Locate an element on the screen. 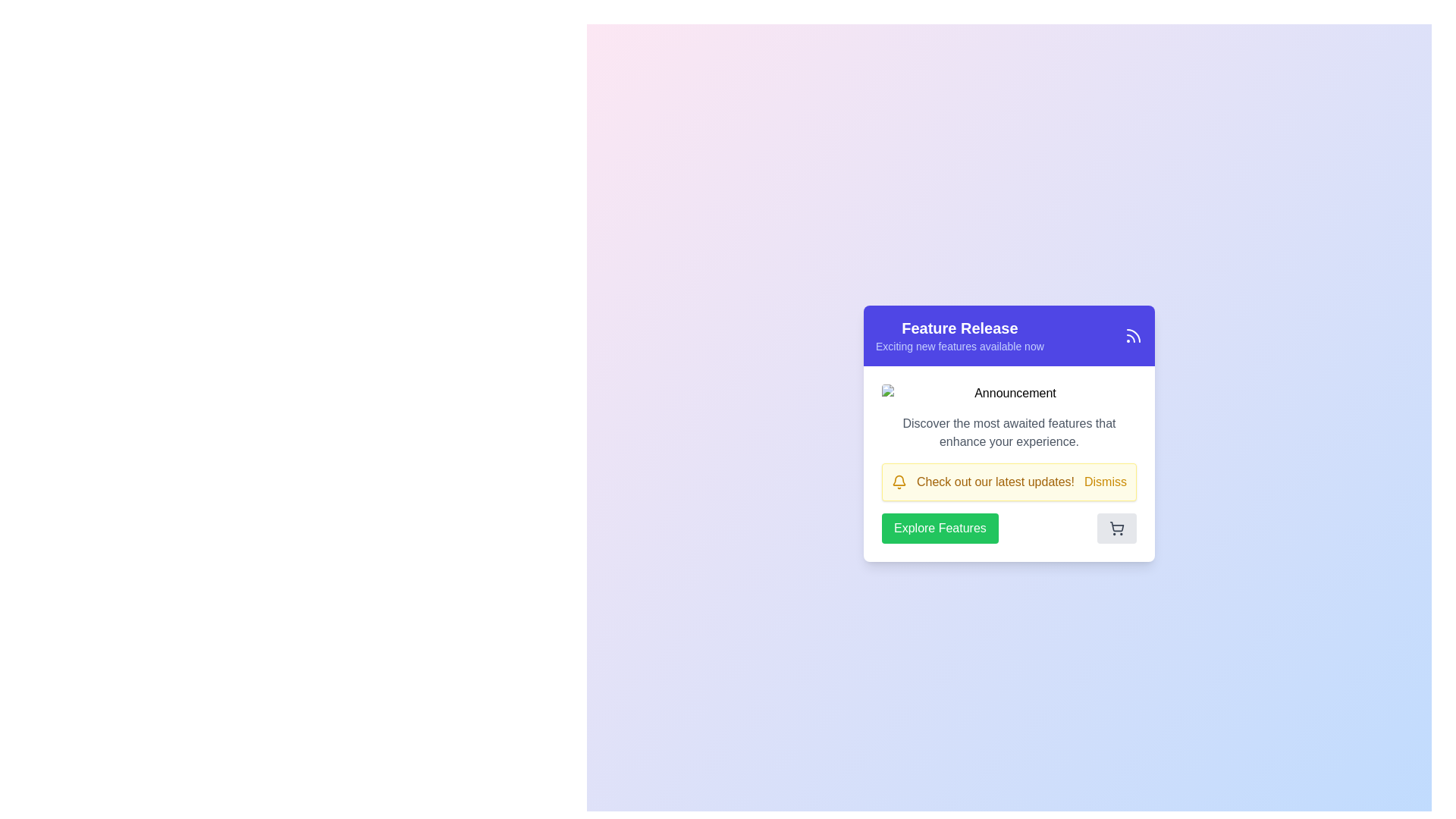  the RSS icon located in the top-right corner of the feature announcement card, which has a circular arc design with a dot at the bottom left and is styled with a white stroke is located at coordinates (1133, 335).